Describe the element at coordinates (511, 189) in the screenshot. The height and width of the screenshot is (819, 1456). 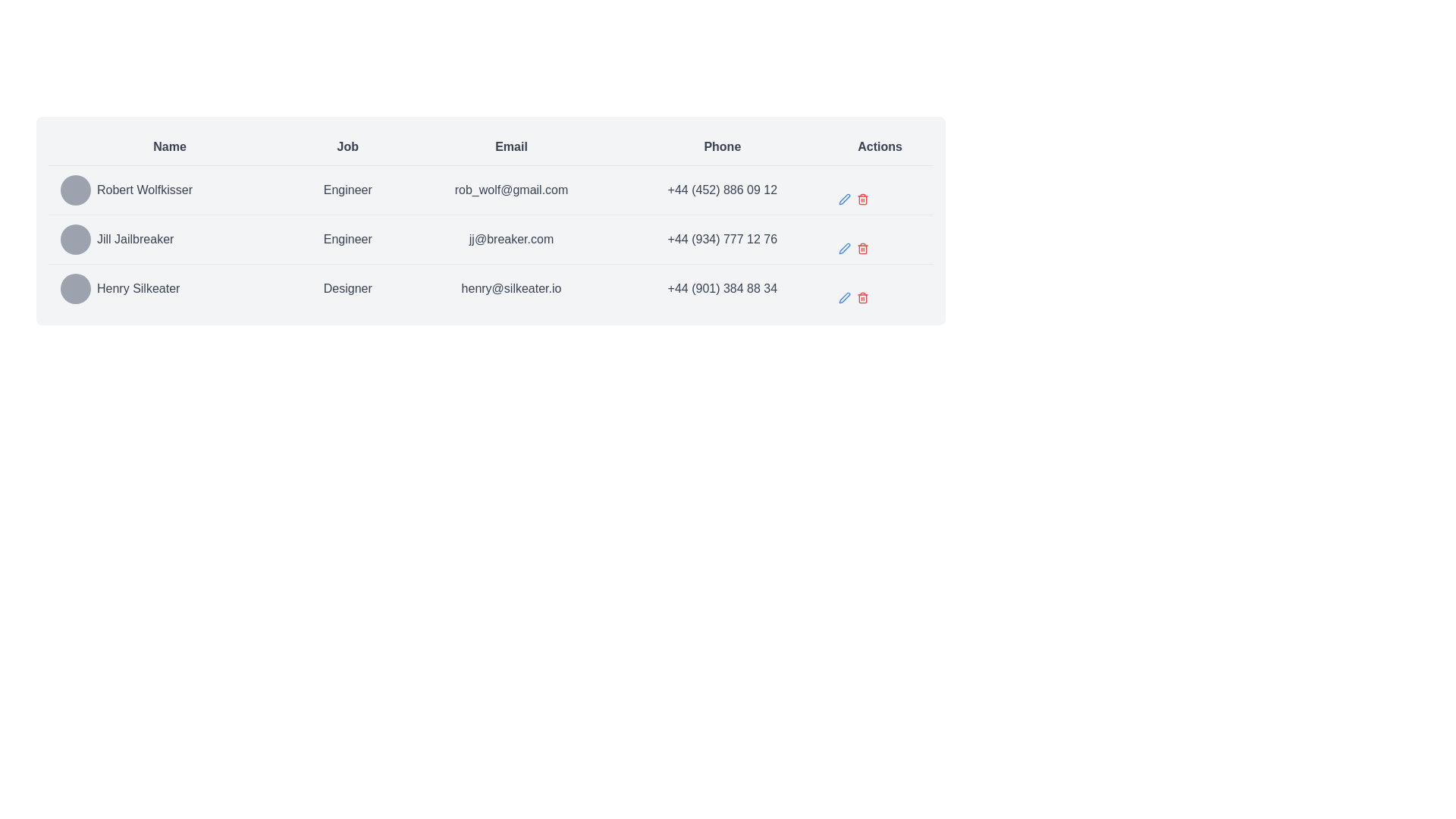
I see `the text label displaying 'rob_wolf@gmail.com' located in the 'Email' column of the first data row, which is centered within its cell` at that location.